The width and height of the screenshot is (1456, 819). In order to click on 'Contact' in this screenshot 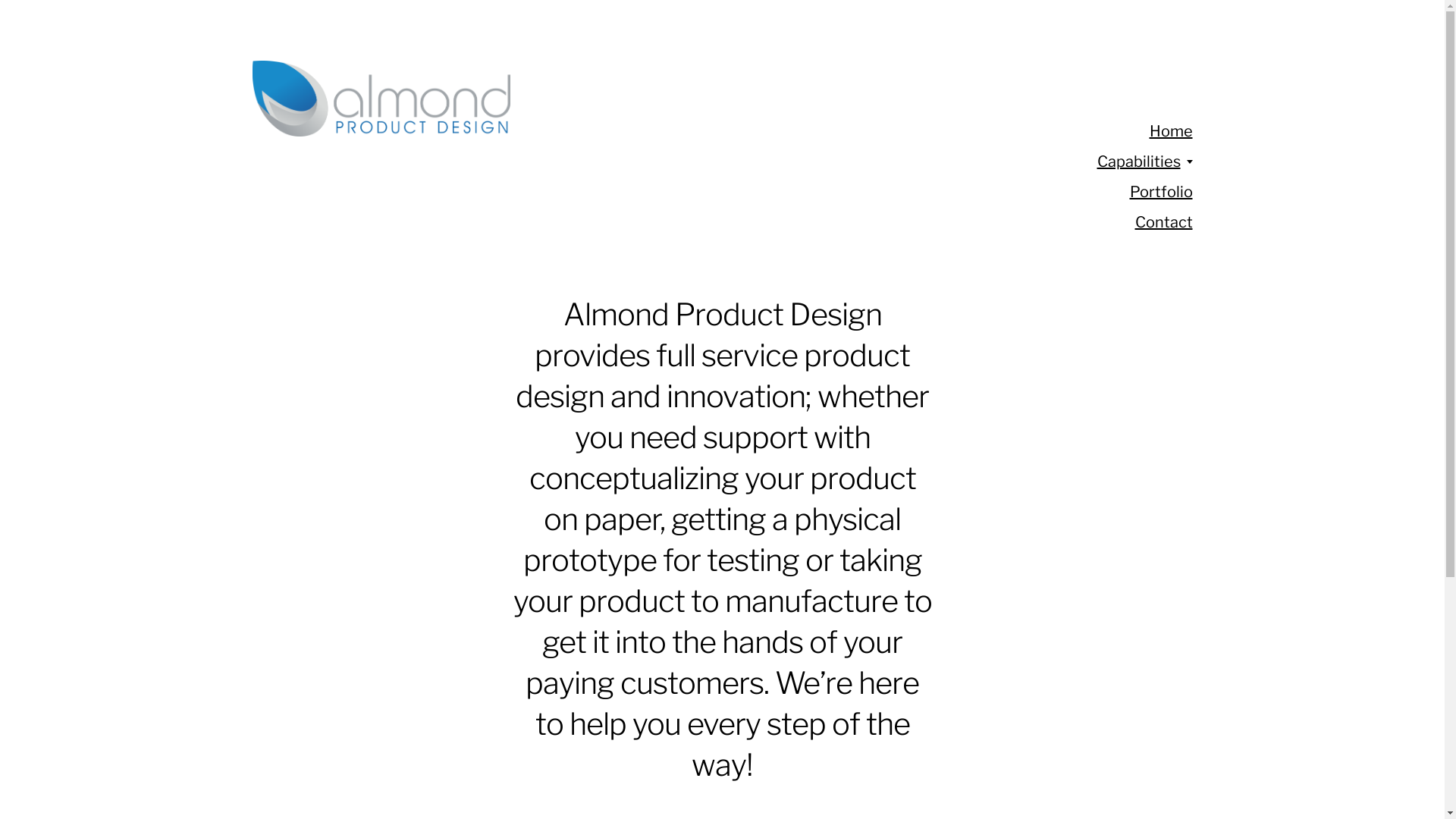, I will do `click(1163, 222)`.